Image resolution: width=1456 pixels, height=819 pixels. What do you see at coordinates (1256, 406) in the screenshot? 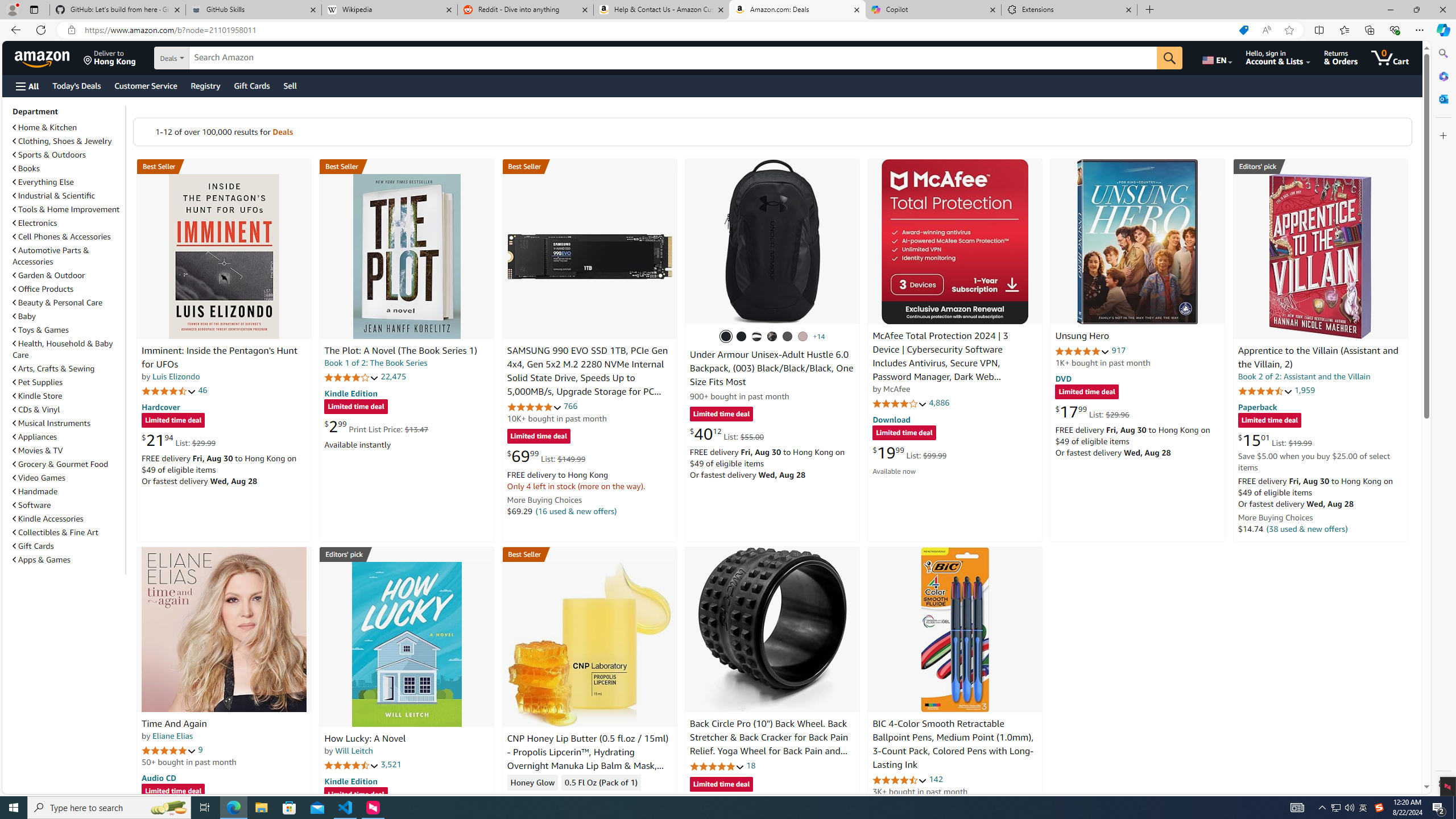
I see `'Paperback'` at bounding box center [1256, 406].